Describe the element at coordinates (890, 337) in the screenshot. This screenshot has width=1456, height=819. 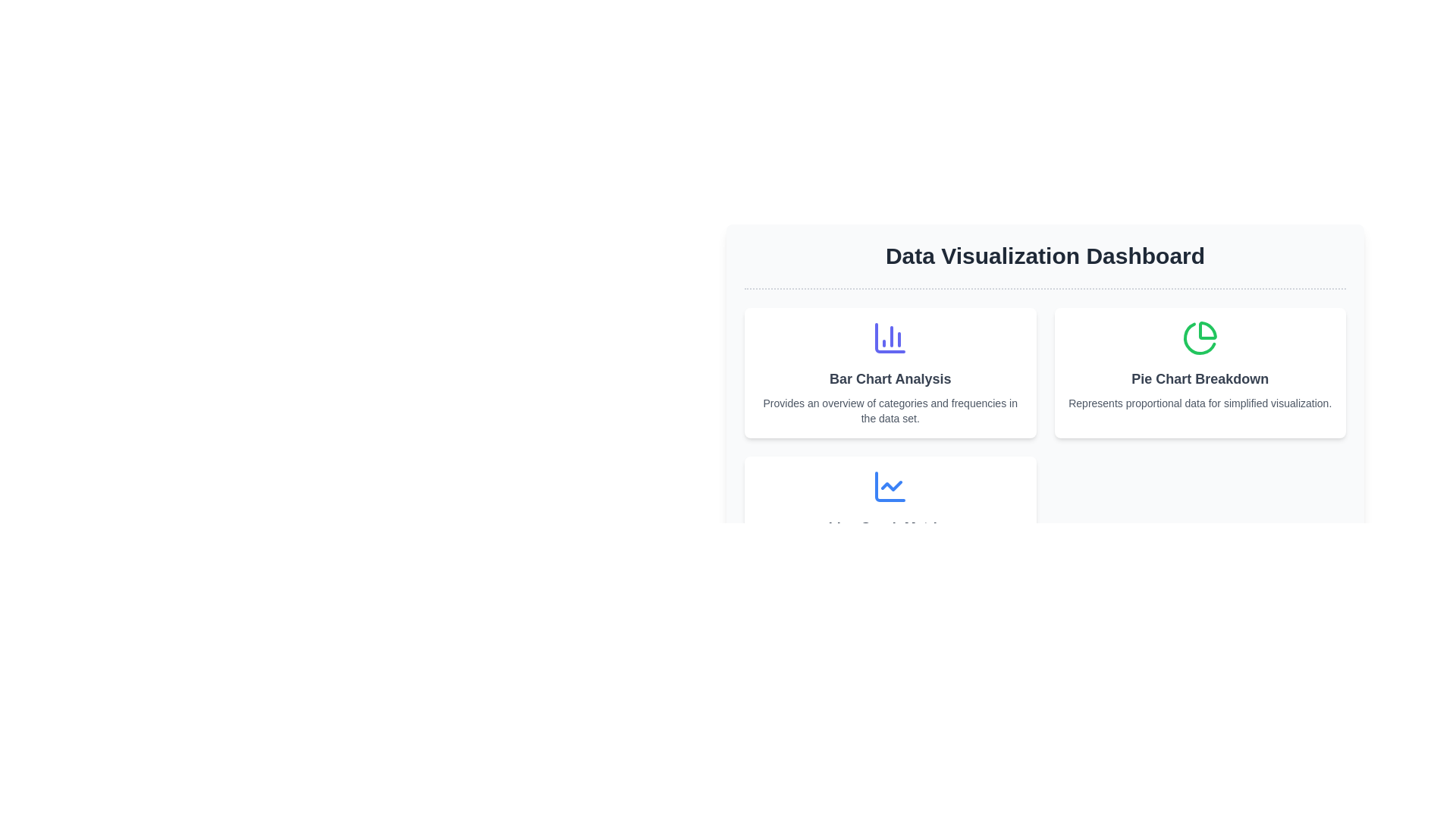
I see `the SVG icon representing bar chart data analysis located at the top center of the card titled 'Bar Chart Analysis'` at that location.